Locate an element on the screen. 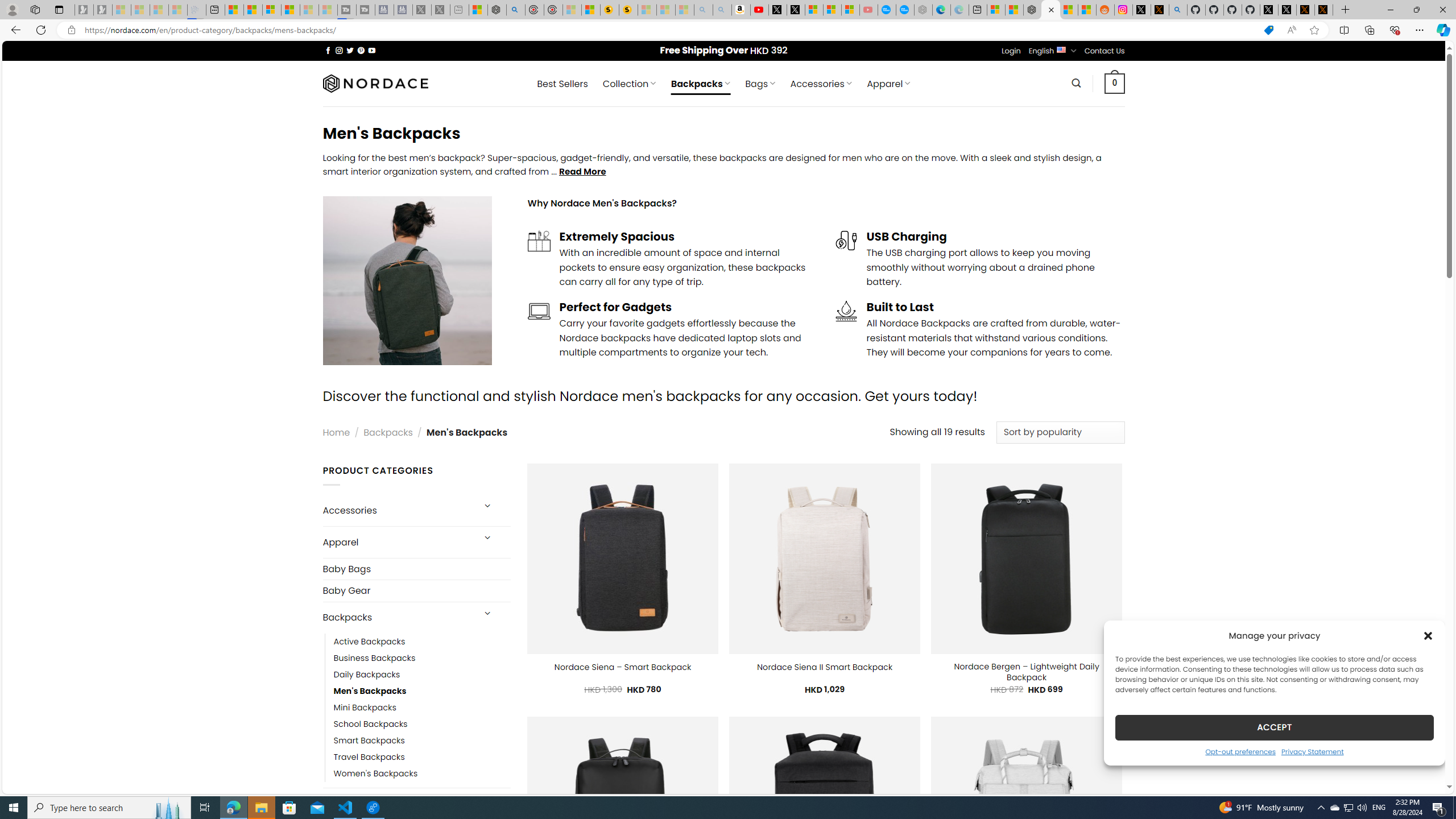  'GitHub (@github) / X' is located at coordinates (1287, 9).